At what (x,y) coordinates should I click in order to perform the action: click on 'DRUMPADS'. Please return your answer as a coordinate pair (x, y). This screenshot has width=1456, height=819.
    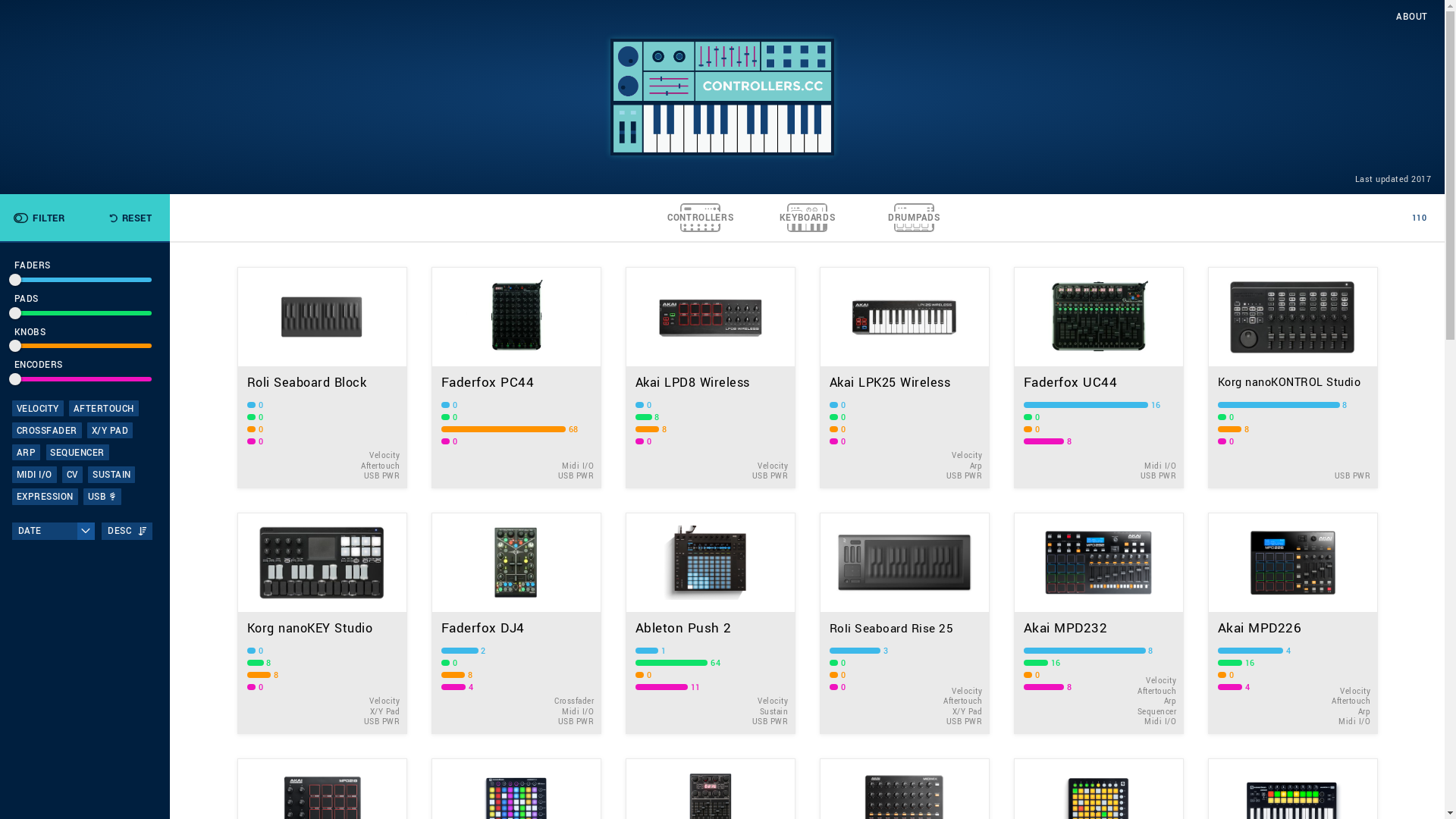
    Looking at the image, I should click on (913, 217).